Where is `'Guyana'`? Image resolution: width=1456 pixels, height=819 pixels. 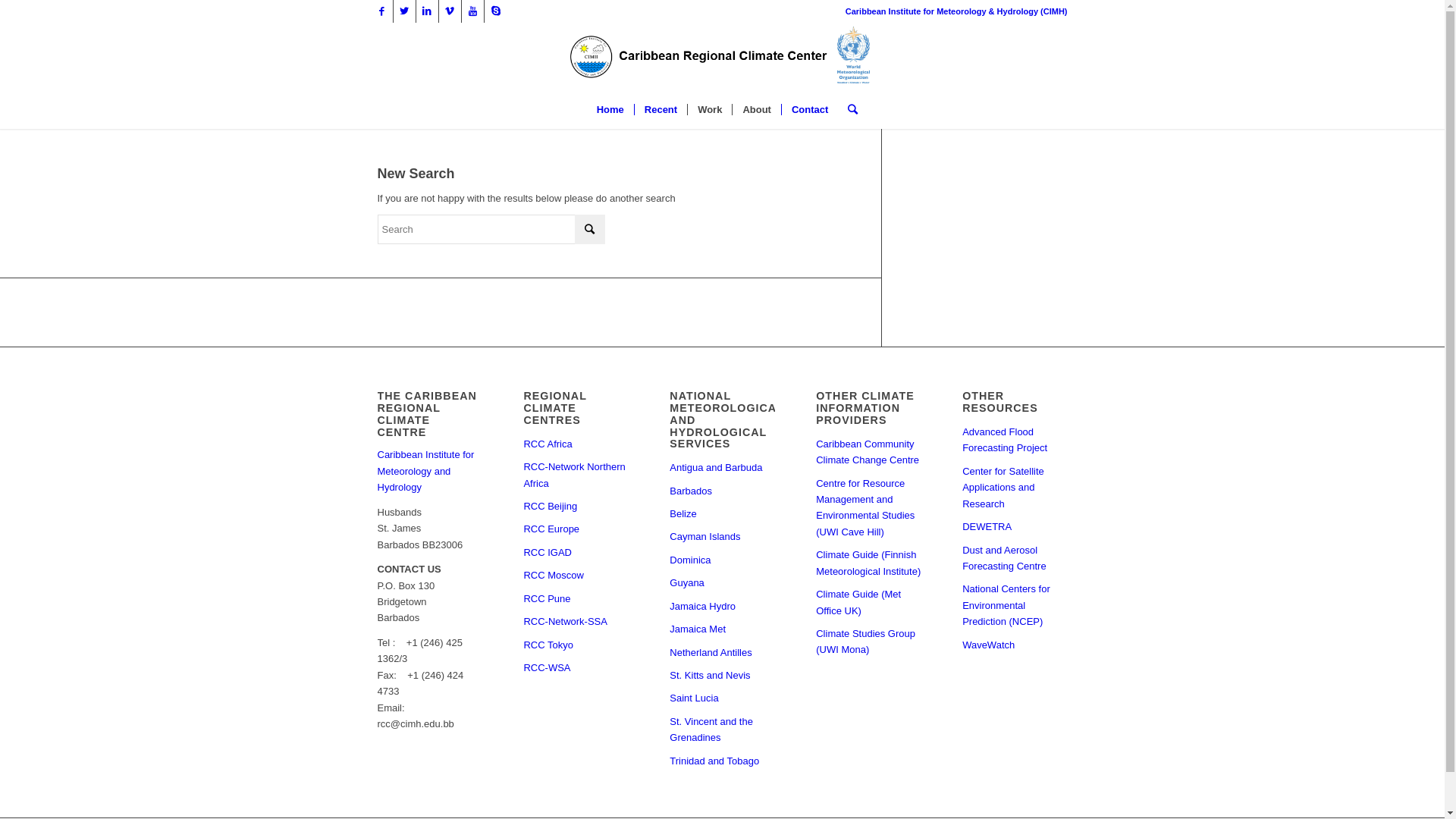
'Guyana' is located at coordinates (720, 582).